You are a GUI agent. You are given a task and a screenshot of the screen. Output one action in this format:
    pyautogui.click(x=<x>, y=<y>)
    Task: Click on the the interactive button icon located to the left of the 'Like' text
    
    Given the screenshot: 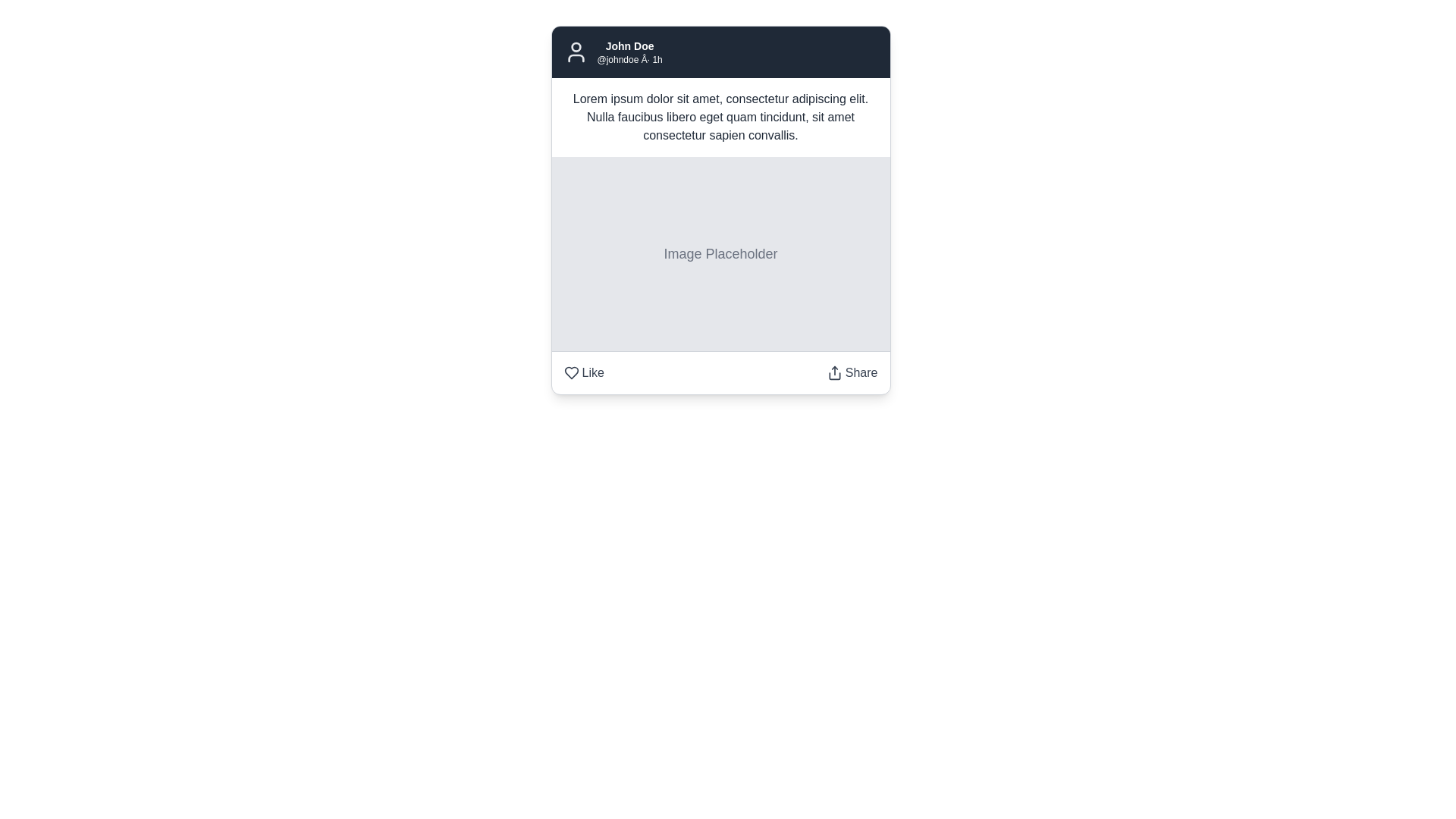 What is the action you would take?
    pyautogui.click(x=570, y=373)
    